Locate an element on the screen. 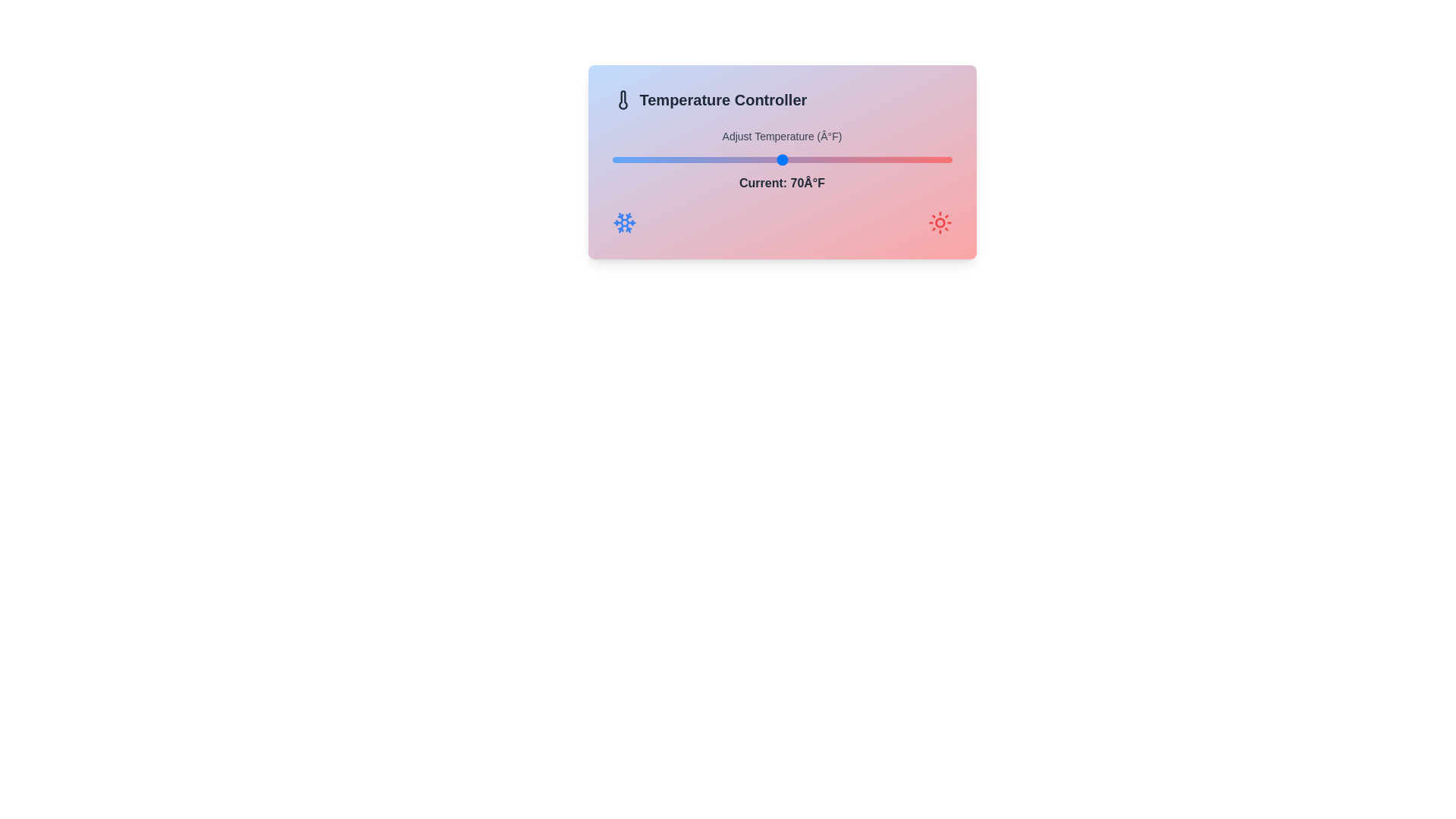 The image size is (1456, 819). the decorative icon snowflake to simulate interaction is located at coordinates (624, 222).